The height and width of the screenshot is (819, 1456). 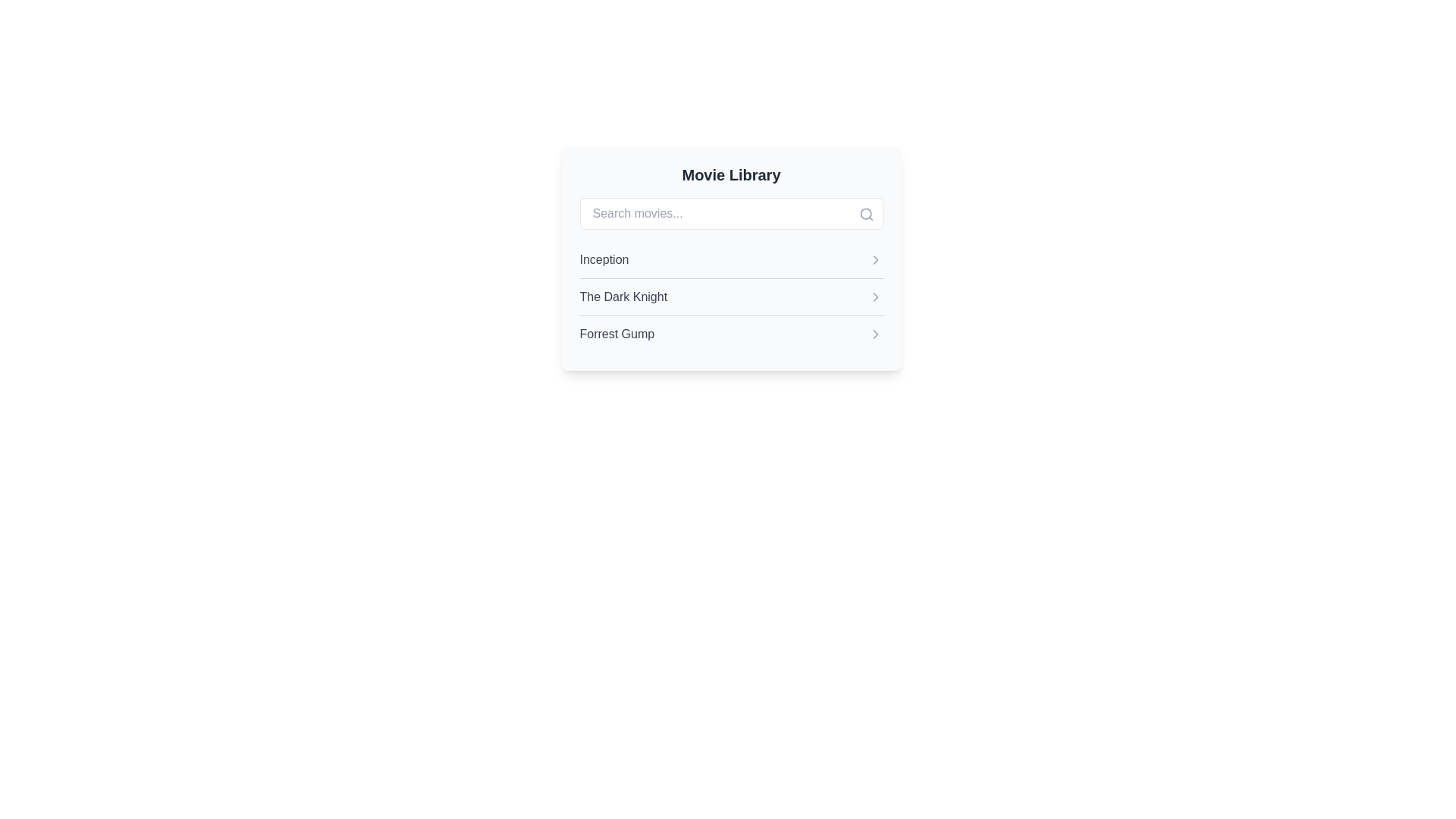 What do you see at coordinates (875, 333) in the screenshot?
I see `the rightward-pointing chevron icon, which is located to the far right of the row labeled 'Forrest Gump'` at bounding box center [875, 333].